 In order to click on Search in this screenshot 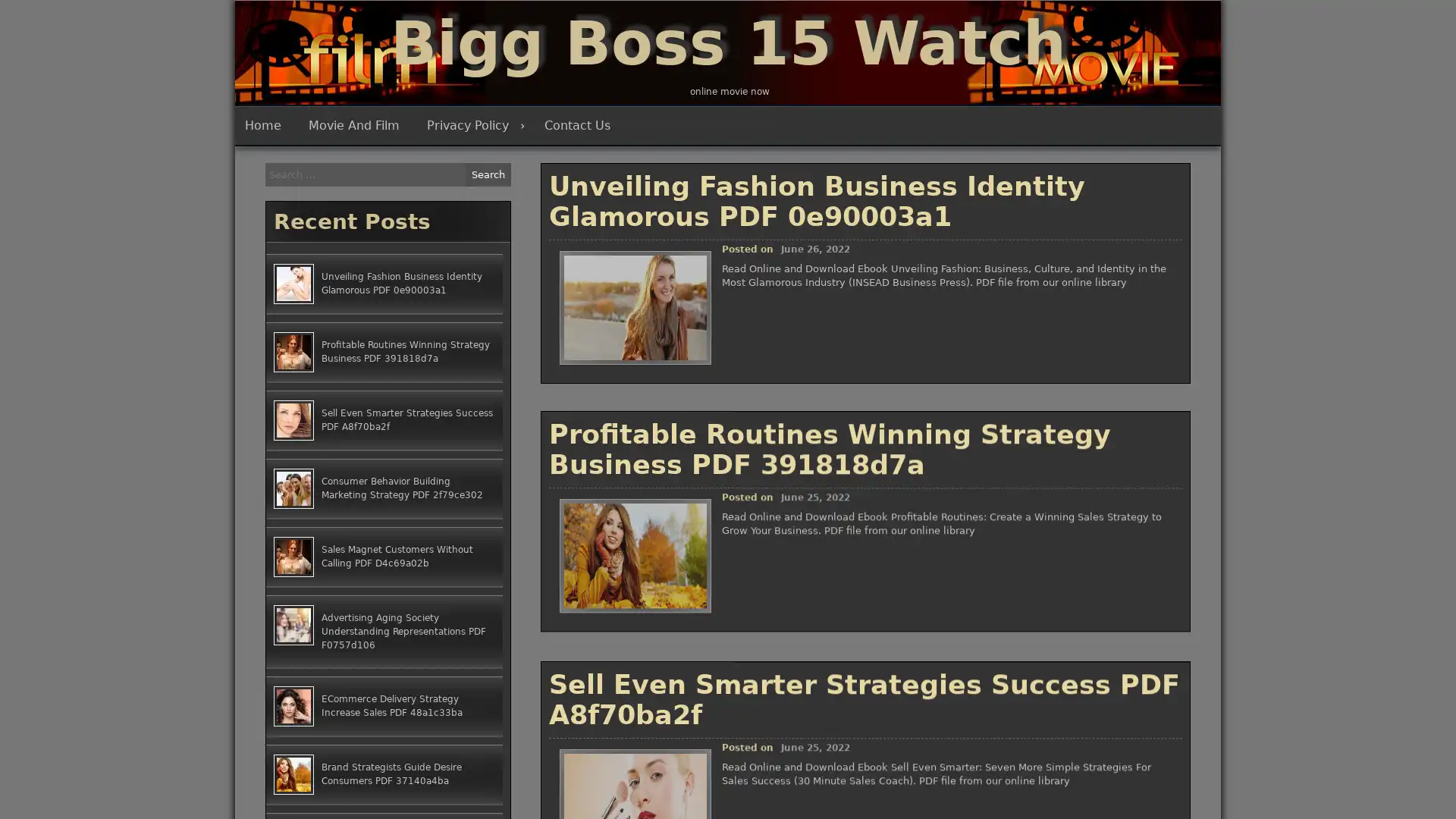, I will do `click(488, 174)`.